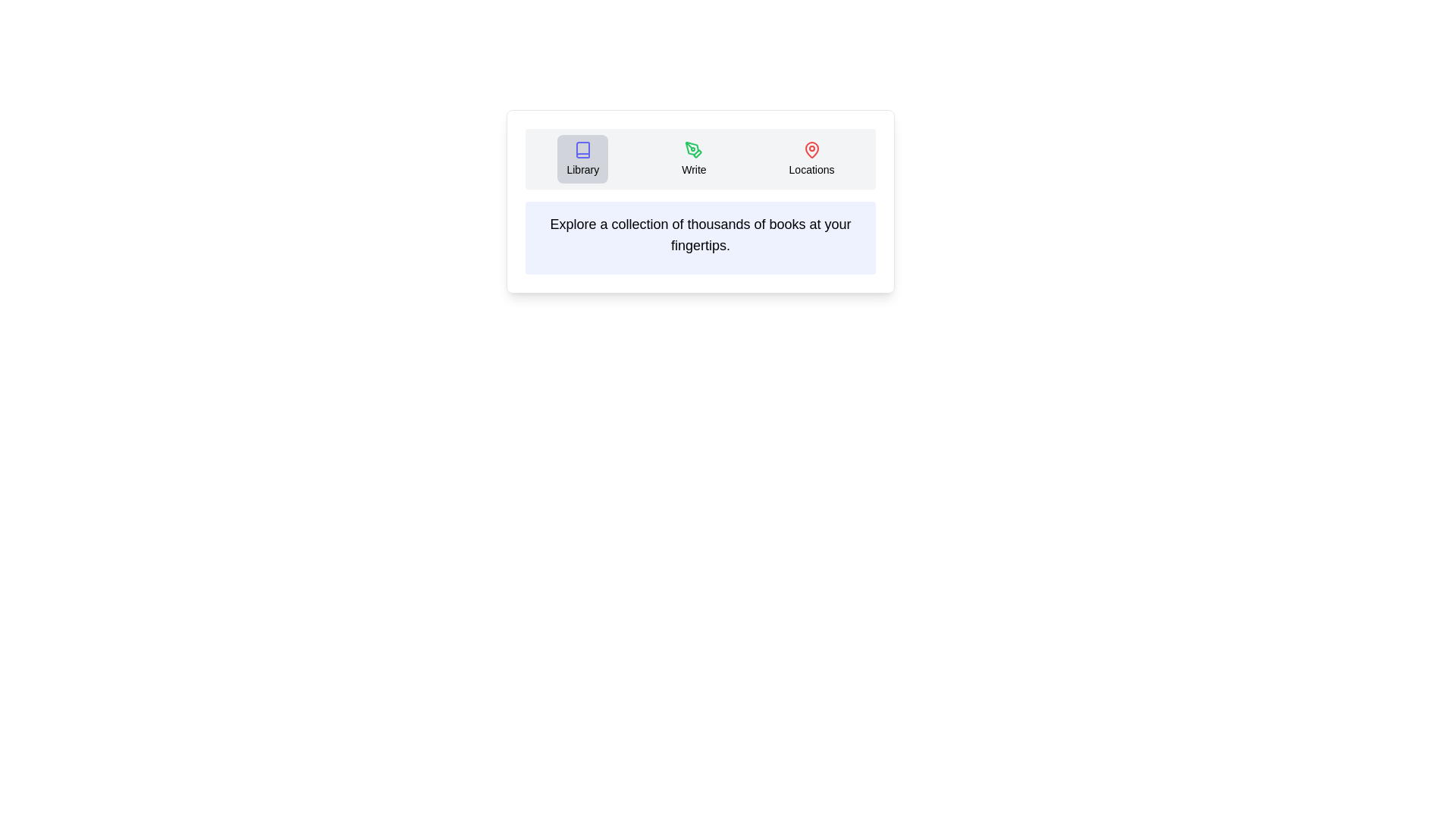  I want to click on the tab labeled Write, so click(693, 158).